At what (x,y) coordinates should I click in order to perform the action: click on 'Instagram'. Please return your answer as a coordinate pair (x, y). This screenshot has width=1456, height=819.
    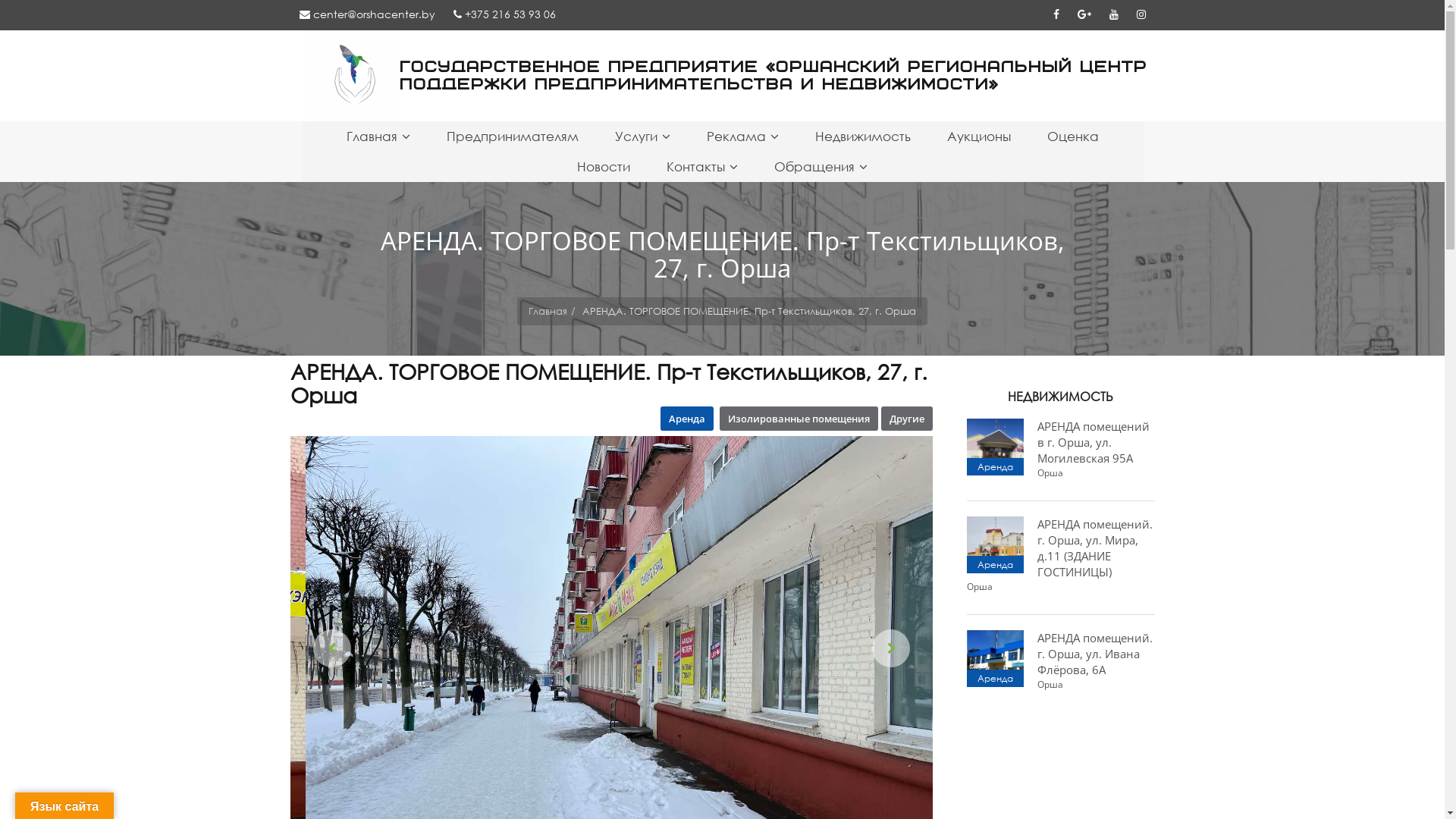
    Looking at the image, I should click on (1140, 14).